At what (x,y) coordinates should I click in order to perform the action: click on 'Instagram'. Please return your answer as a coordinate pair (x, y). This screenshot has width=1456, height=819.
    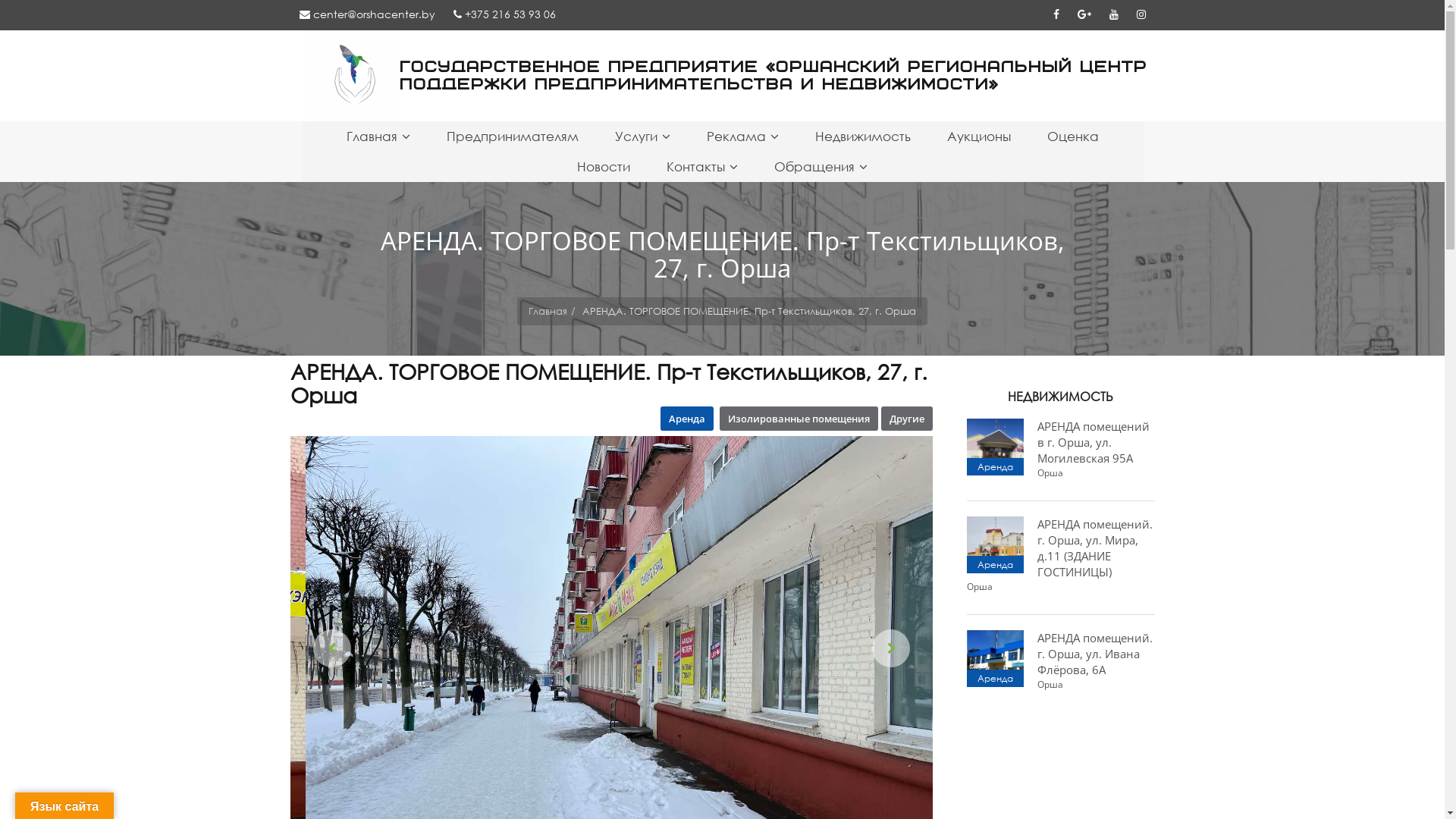
    Looking at the image, I should click on (1140, 14).